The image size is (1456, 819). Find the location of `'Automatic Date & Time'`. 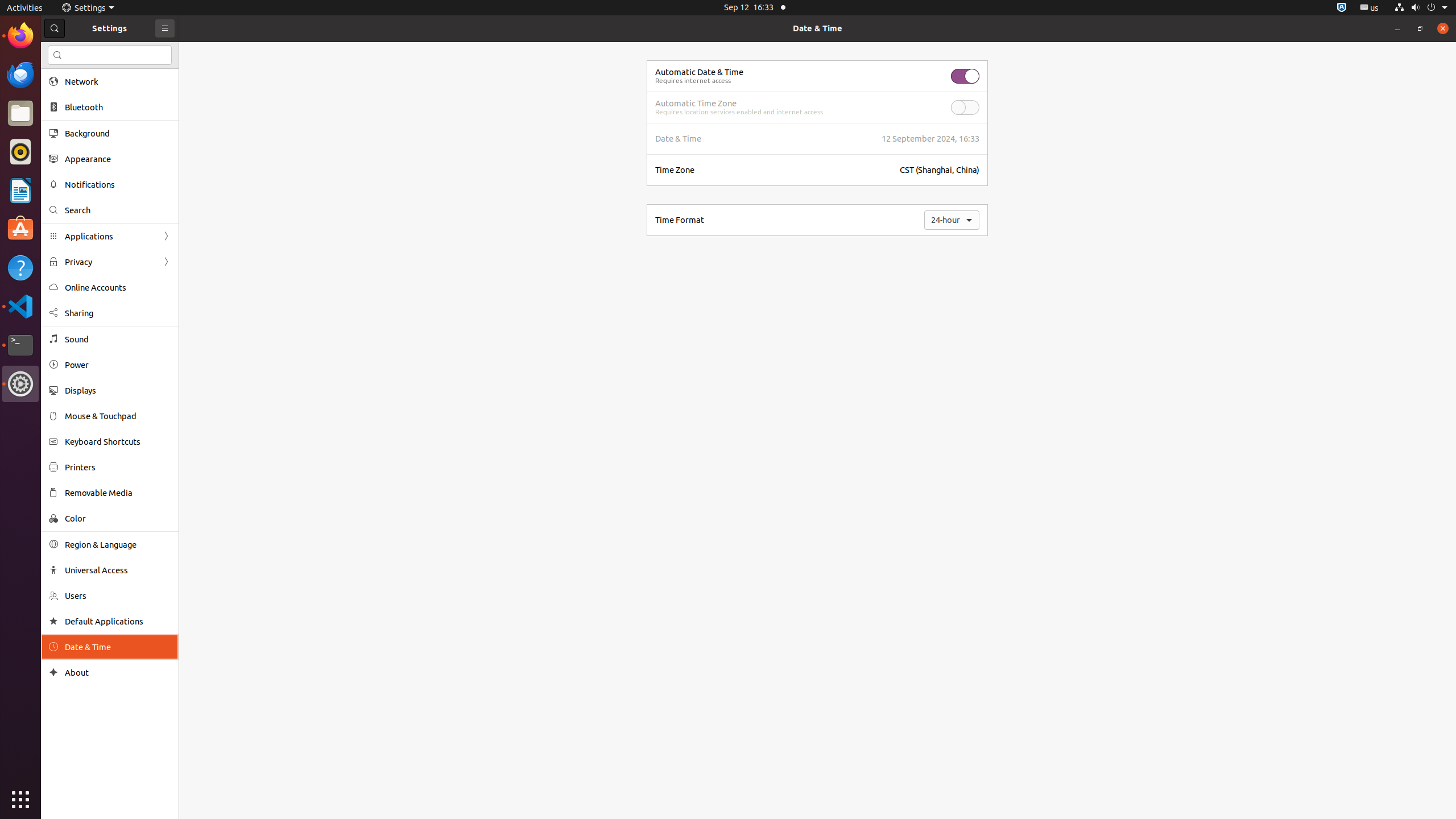

'Automatic Date & Time' is located at coordinates (698, 72).